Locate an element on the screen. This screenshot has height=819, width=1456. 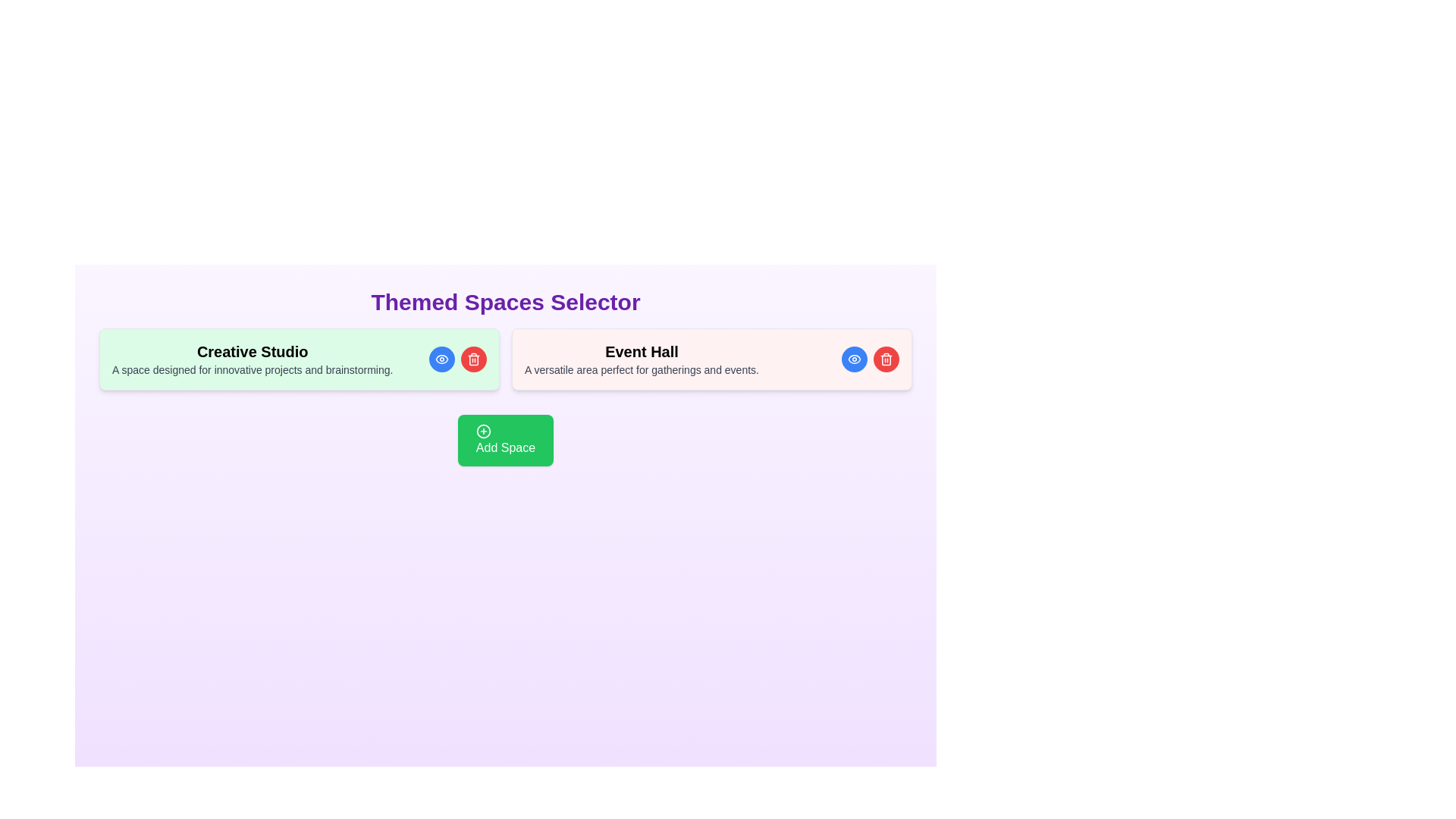
the trash can icon with a red background located to the right of the 'Event Hall' section is located at coordinates (886, 359).